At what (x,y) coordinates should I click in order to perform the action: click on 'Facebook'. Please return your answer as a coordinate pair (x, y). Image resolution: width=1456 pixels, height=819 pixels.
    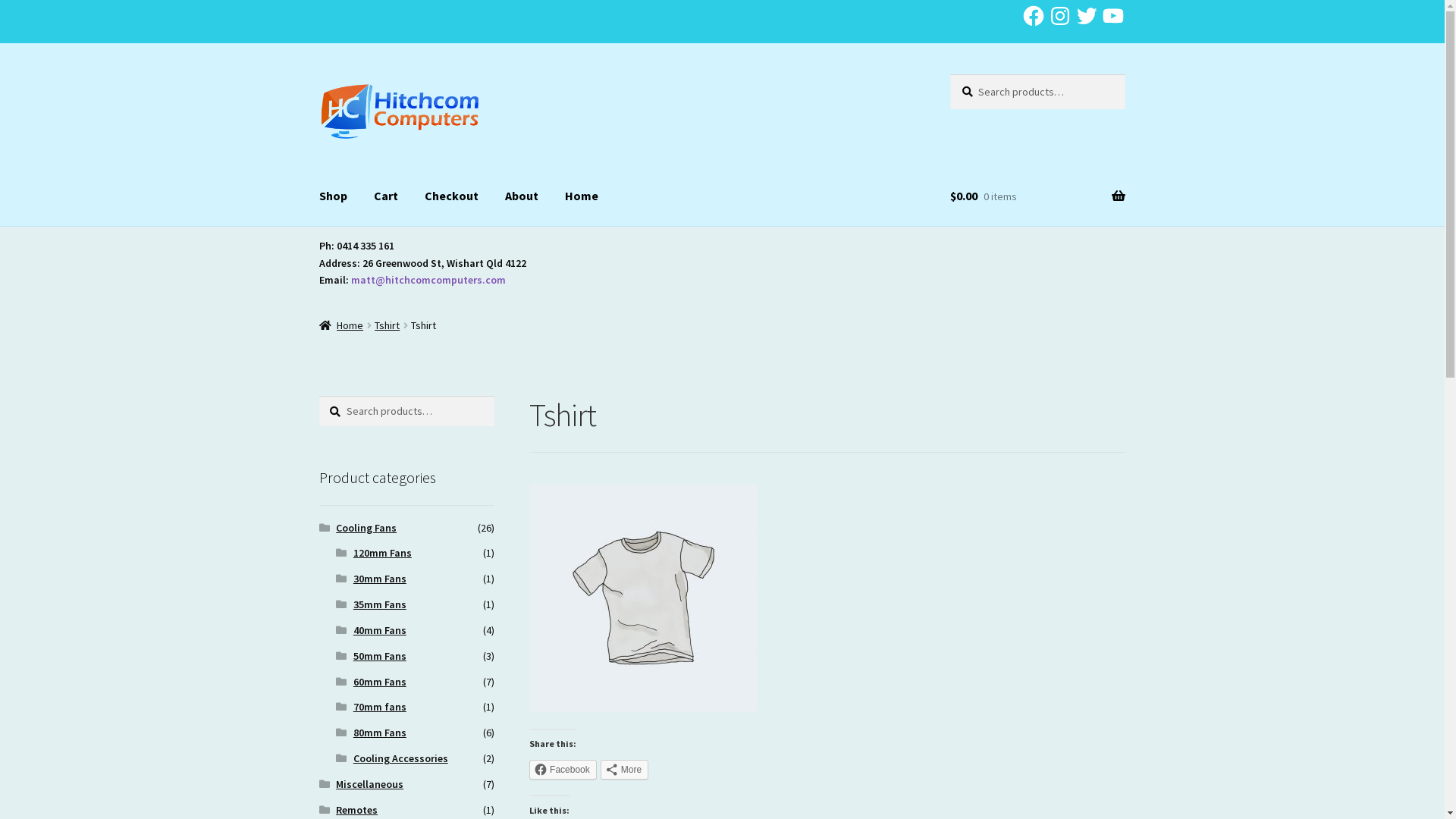
    Looking at the image, I should click on (1033, 15).